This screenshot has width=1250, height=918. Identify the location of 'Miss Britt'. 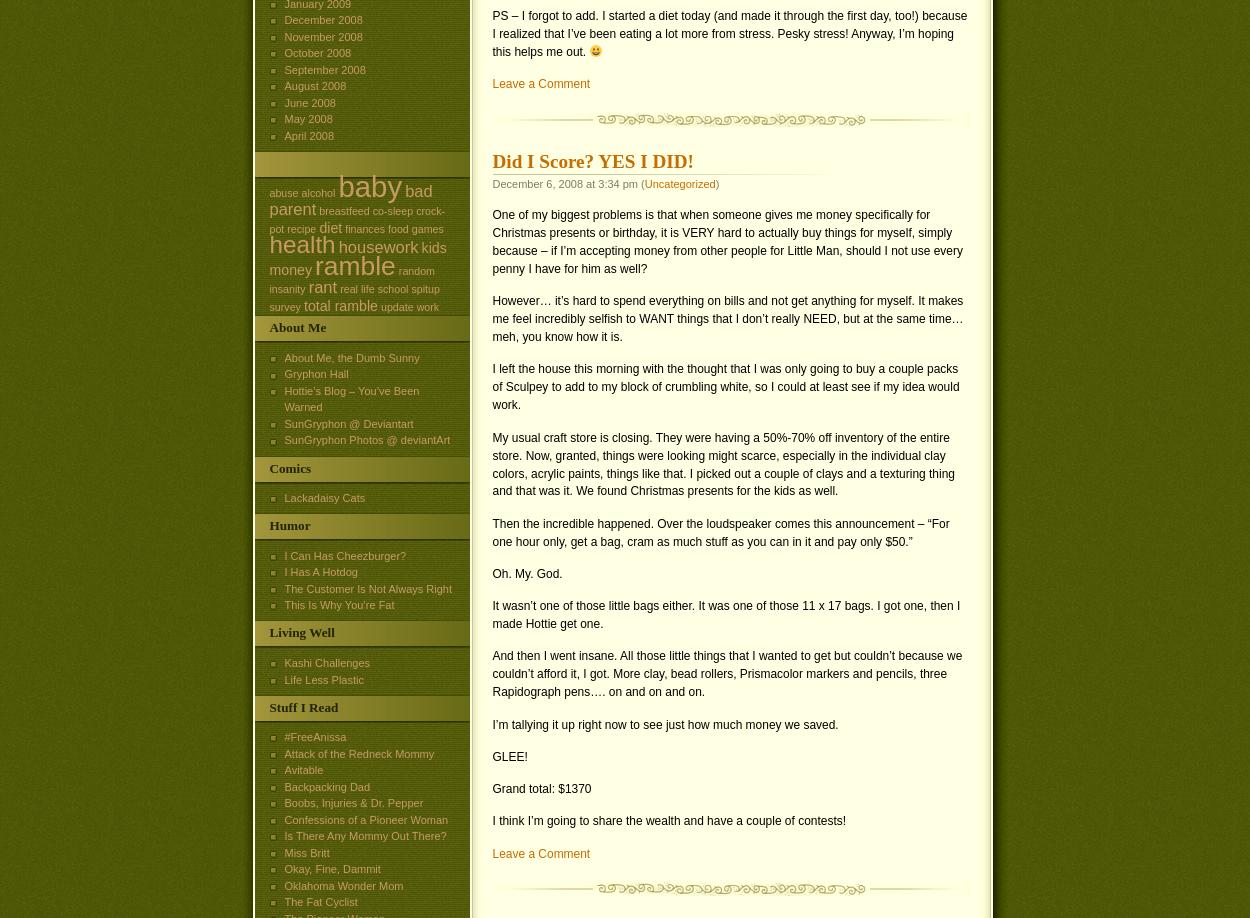
(306, 850).